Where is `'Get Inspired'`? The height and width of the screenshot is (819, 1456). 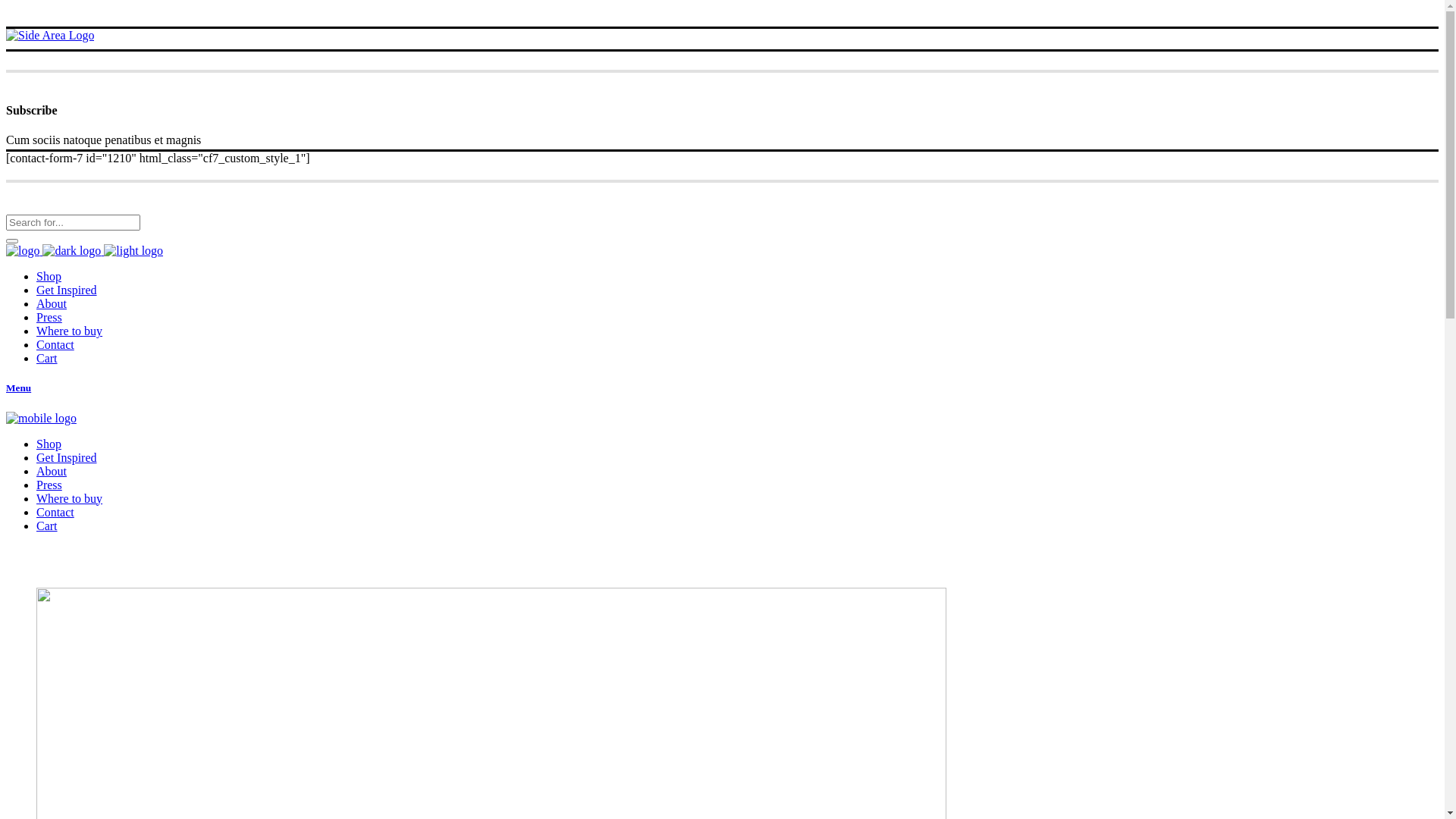
'Get Inspired' is located at coordinates (65, 290).